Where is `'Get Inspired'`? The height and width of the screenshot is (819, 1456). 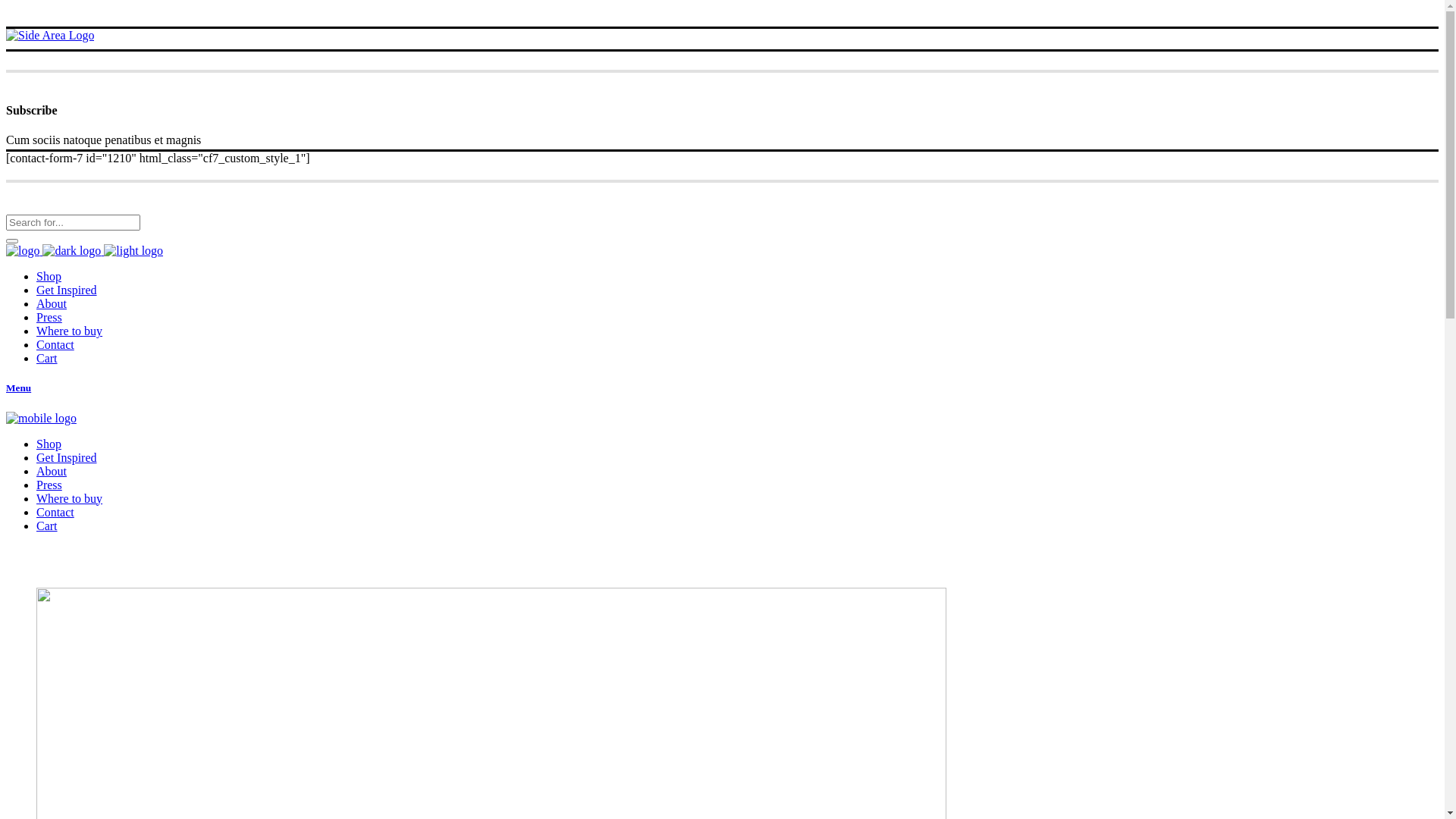
'Get Inspired' is located at coordinates (65, 290).